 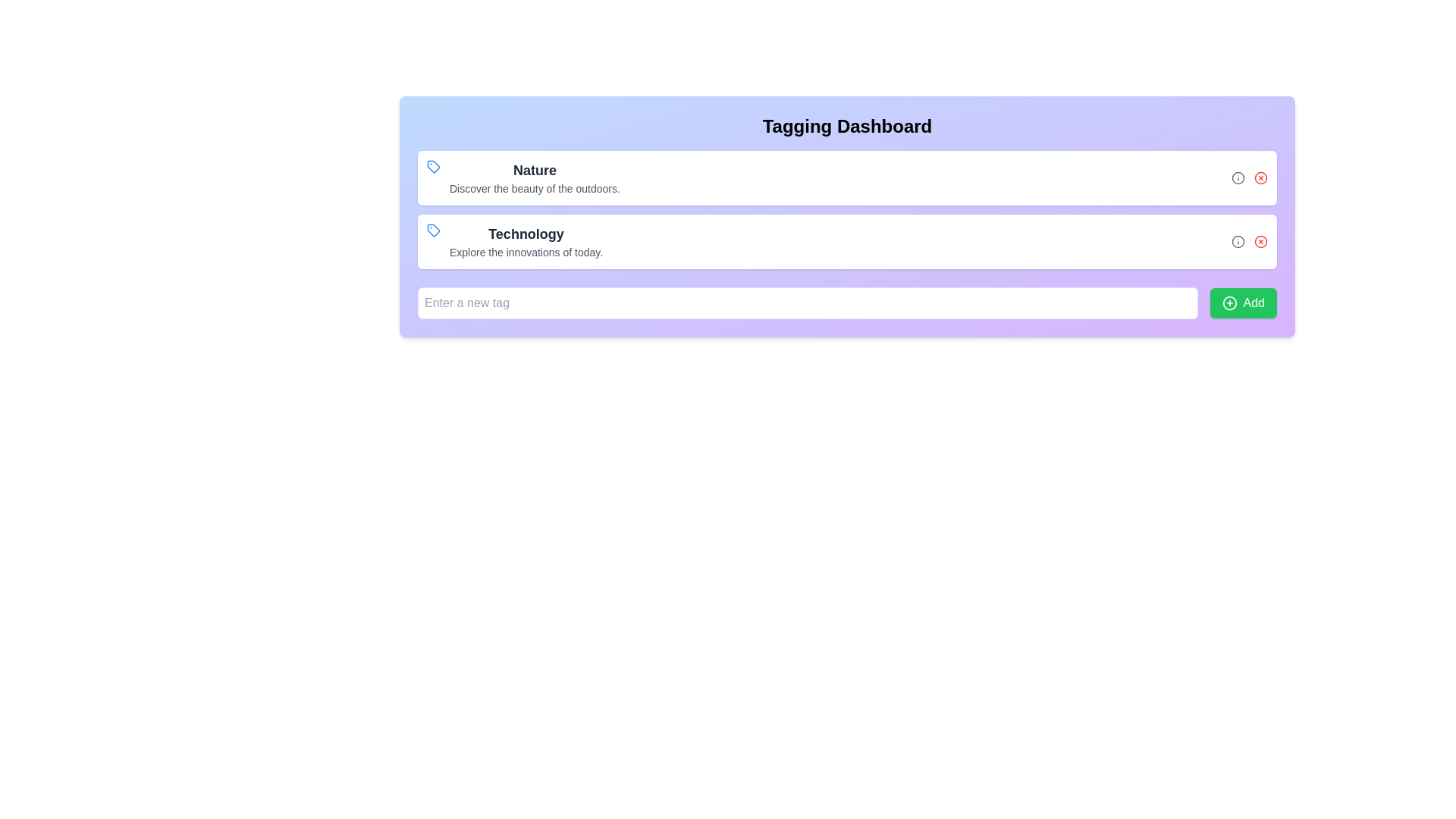 What do you see at coordinates (1229, 303) in the screenshot?
I see `the circular icon within the green 'Add' button located at the bottom-right of the visible card interface` at bounding box center [1229, 303].